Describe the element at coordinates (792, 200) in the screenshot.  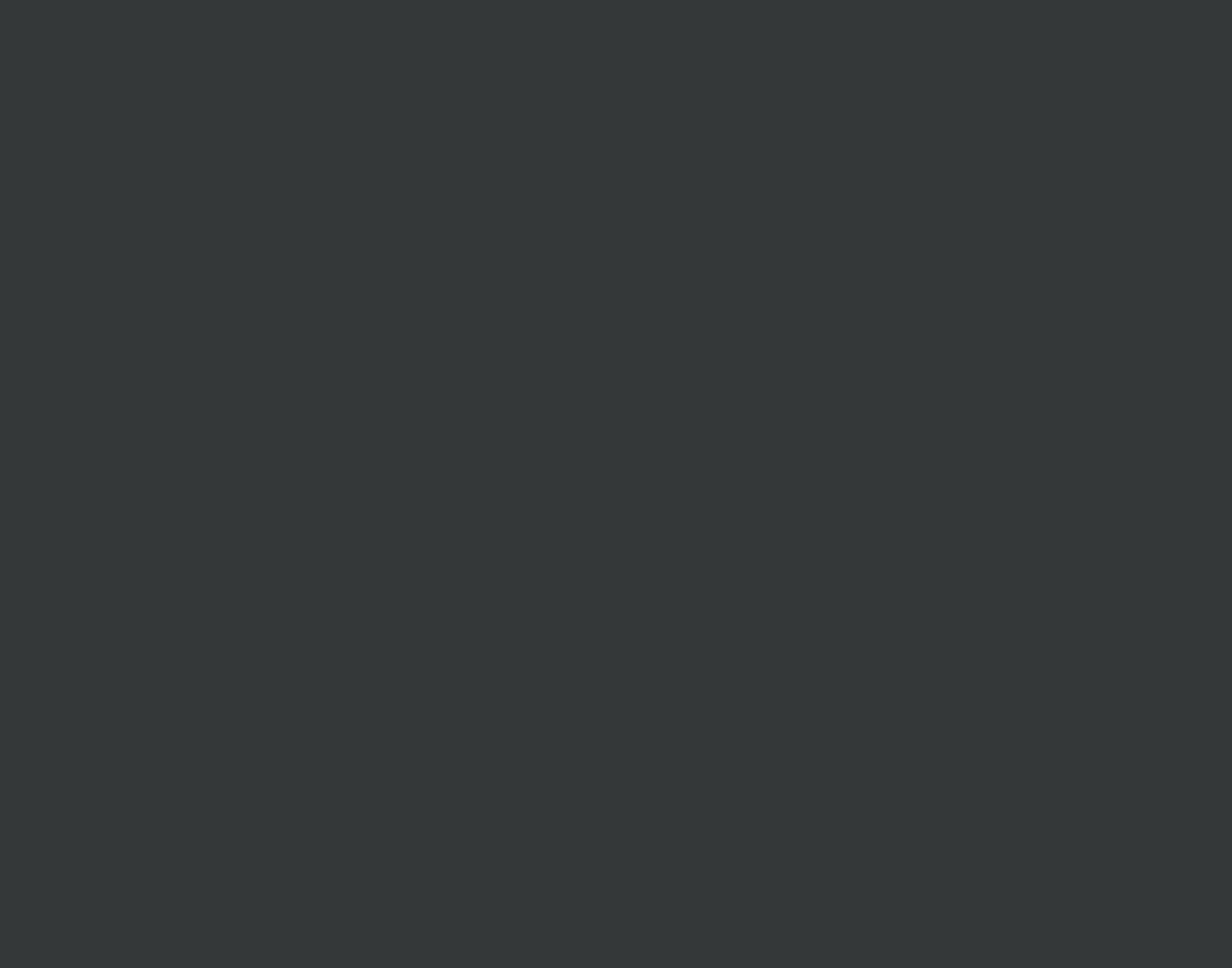
I see `'survey'` at that location.